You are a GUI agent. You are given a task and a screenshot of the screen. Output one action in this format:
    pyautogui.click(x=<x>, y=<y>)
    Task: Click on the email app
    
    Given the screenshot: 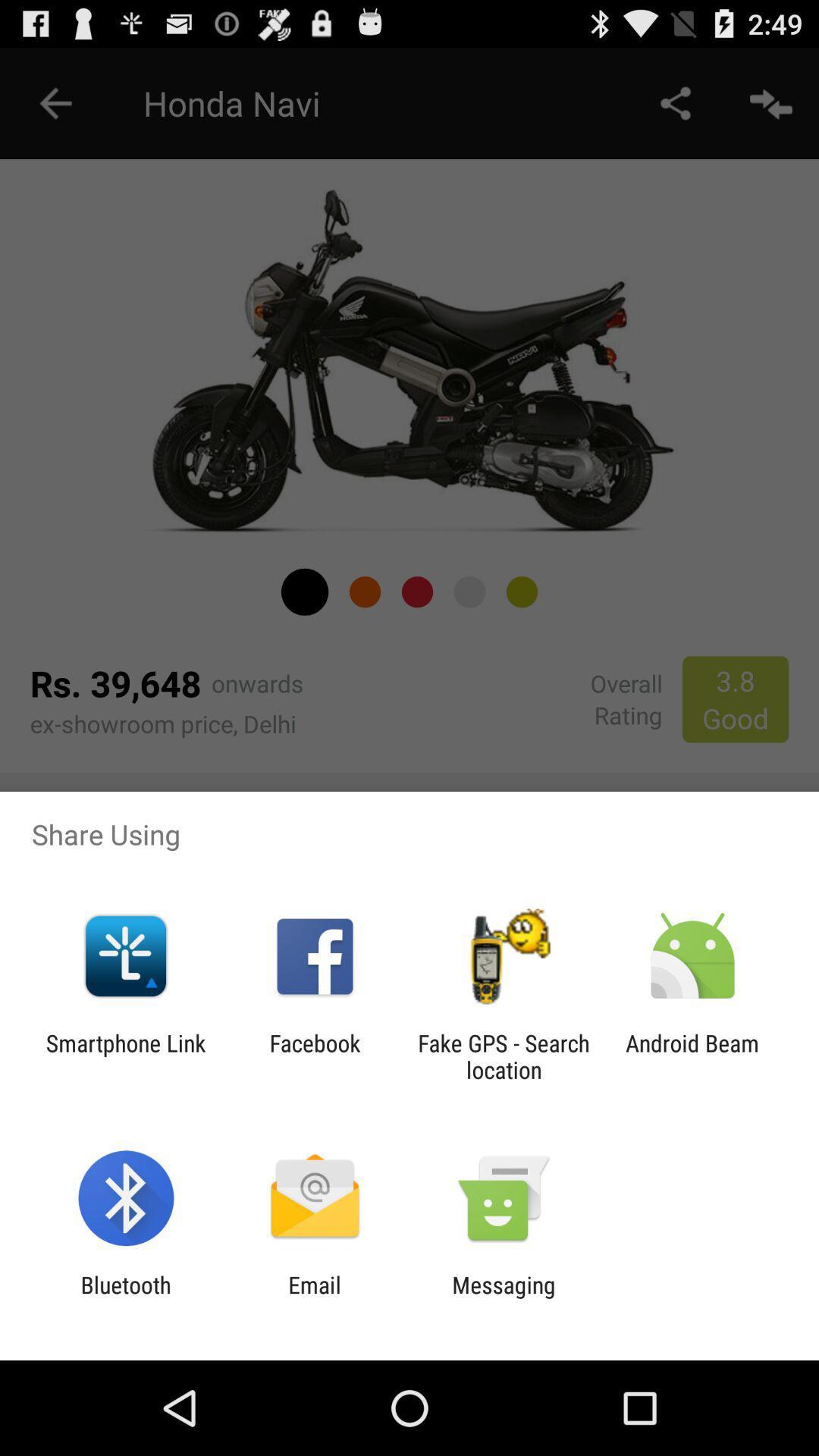 What is the action you would take?
    pyautogui.click(x=314, y=1298)
    